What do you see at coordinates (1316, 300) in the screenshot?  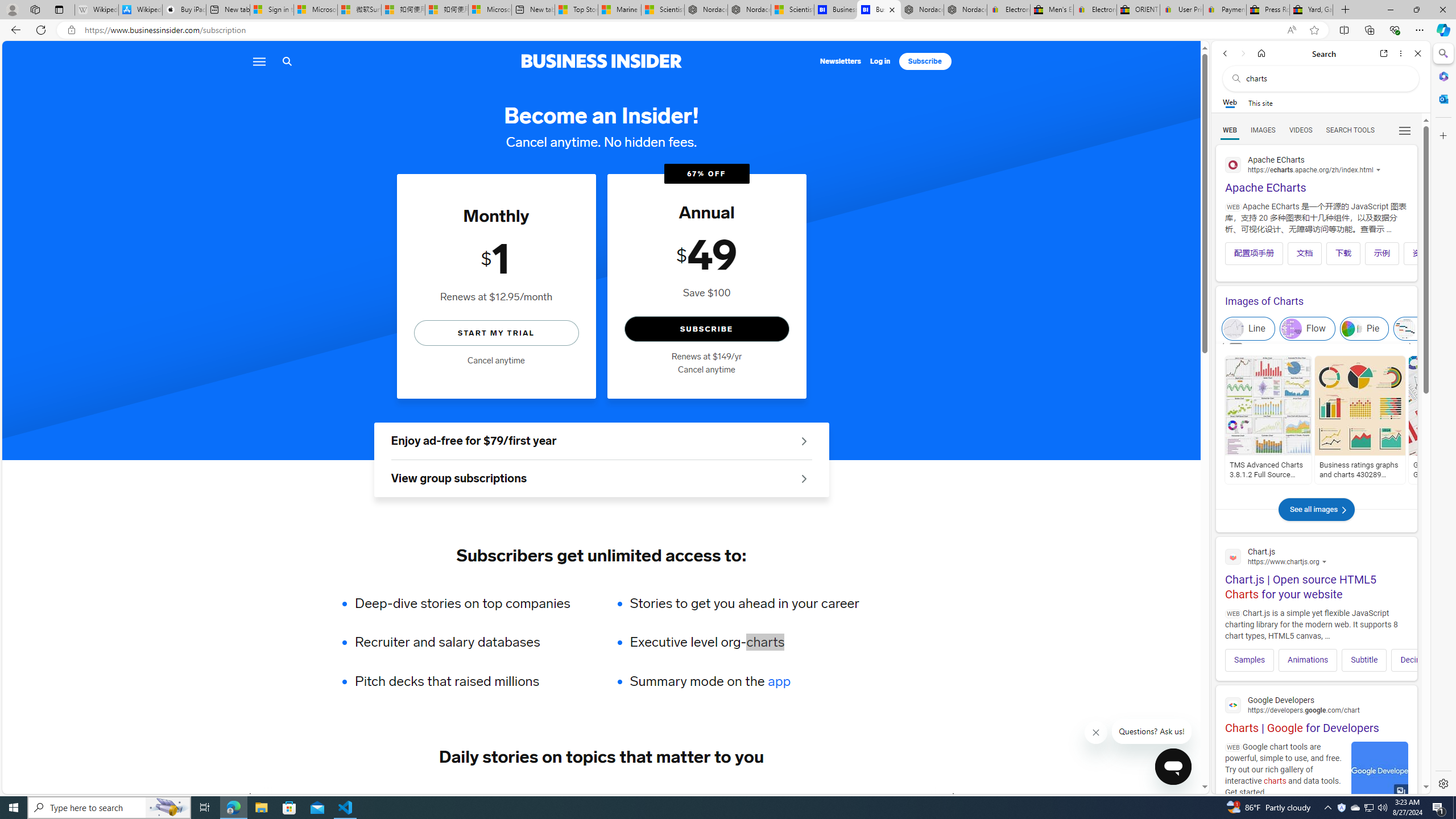 I see `'Images of Charts'` at bounding box center [1316, 300].